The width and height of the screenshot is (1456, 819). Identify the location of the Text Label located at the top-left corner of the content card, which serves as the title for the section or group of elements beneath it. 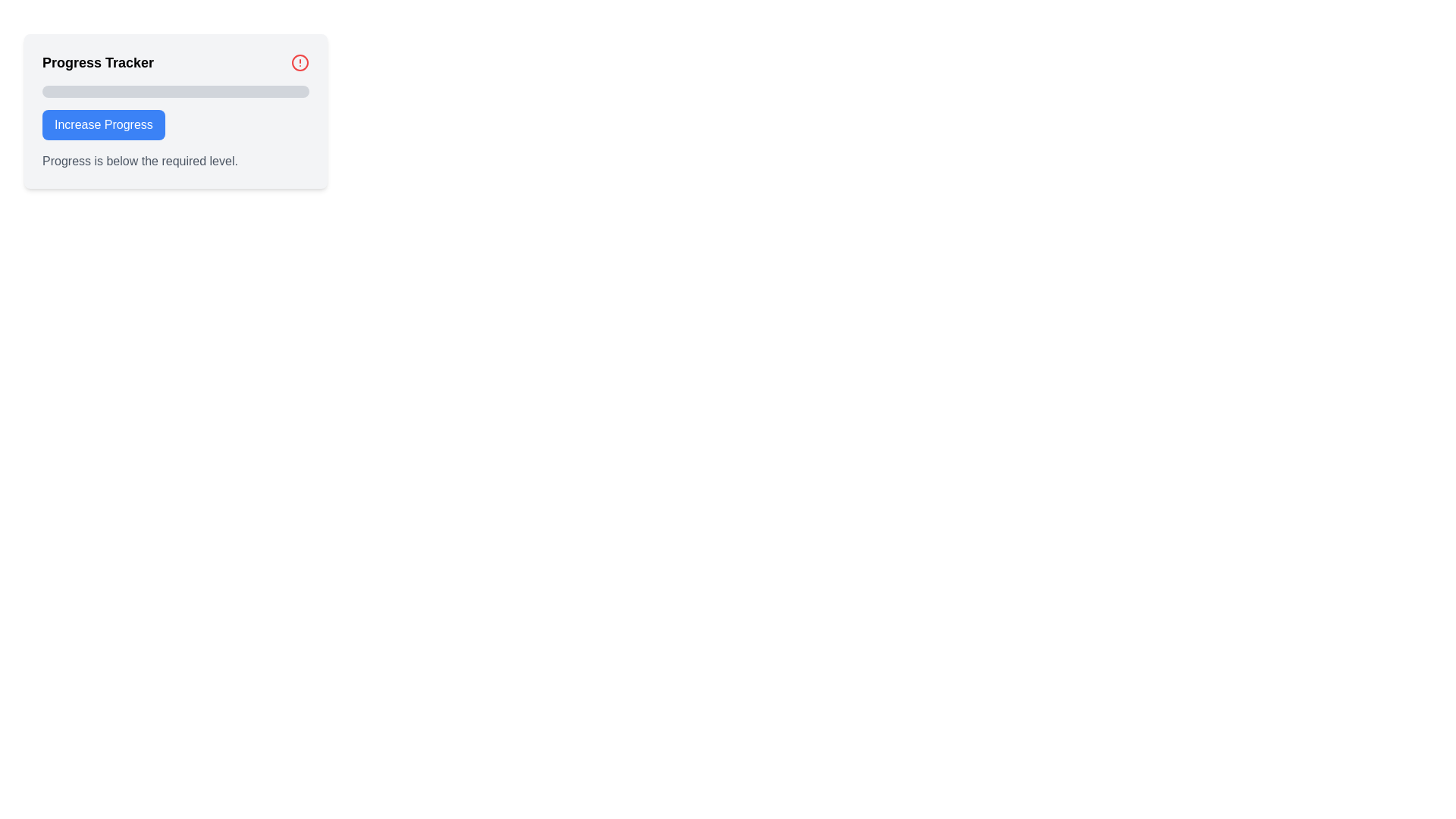
(97, 62).